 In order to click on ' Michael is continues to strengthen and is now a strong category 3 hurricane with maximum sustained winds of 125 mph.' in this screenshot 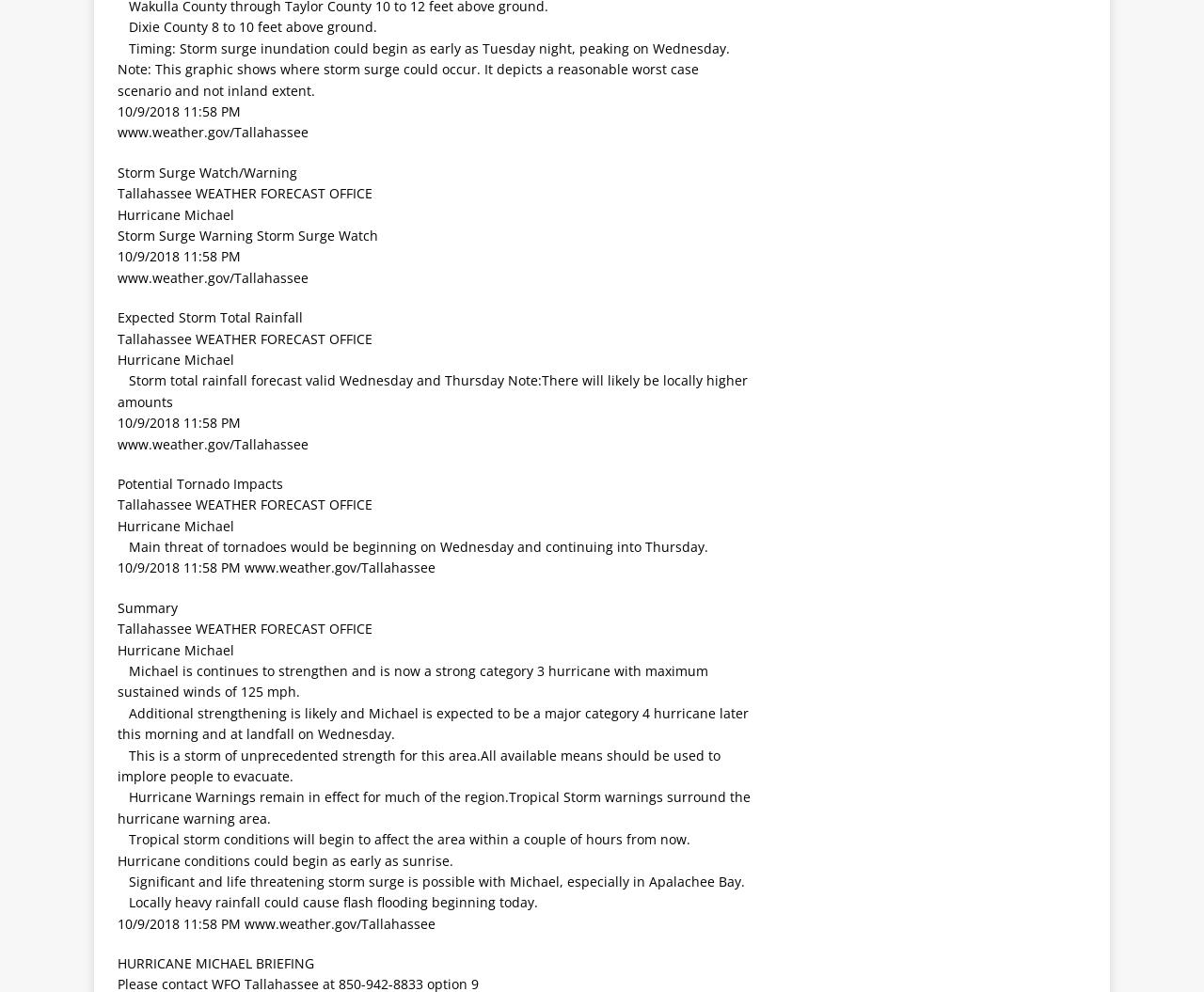, I will do `click(412, 681)`.